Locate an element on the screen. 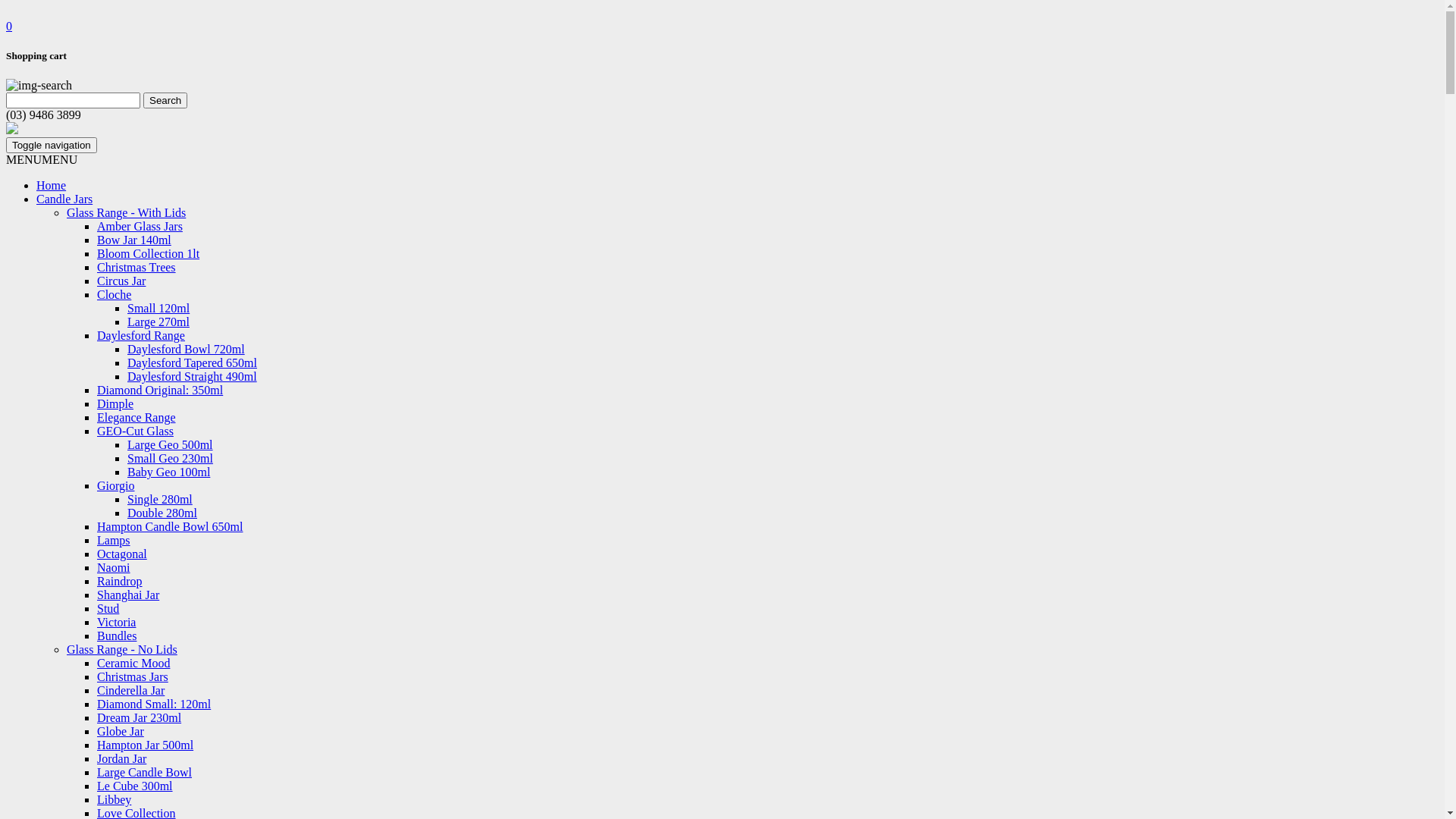  'Search' is located at coordinates (165, 100).